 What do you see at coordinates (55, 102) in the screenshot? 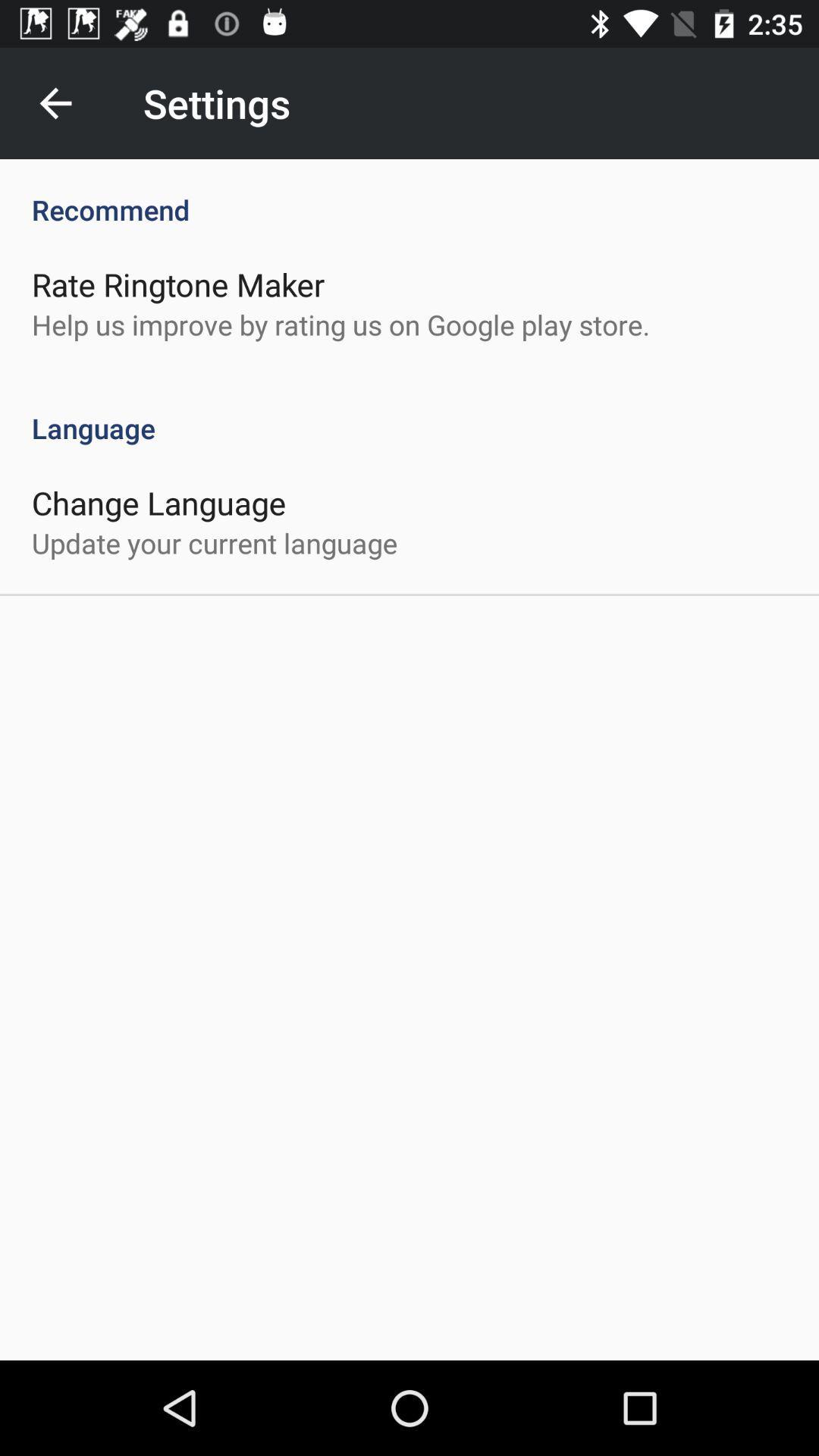
I see `the item to the left of the settings icon` at bounding box center [55, 102].